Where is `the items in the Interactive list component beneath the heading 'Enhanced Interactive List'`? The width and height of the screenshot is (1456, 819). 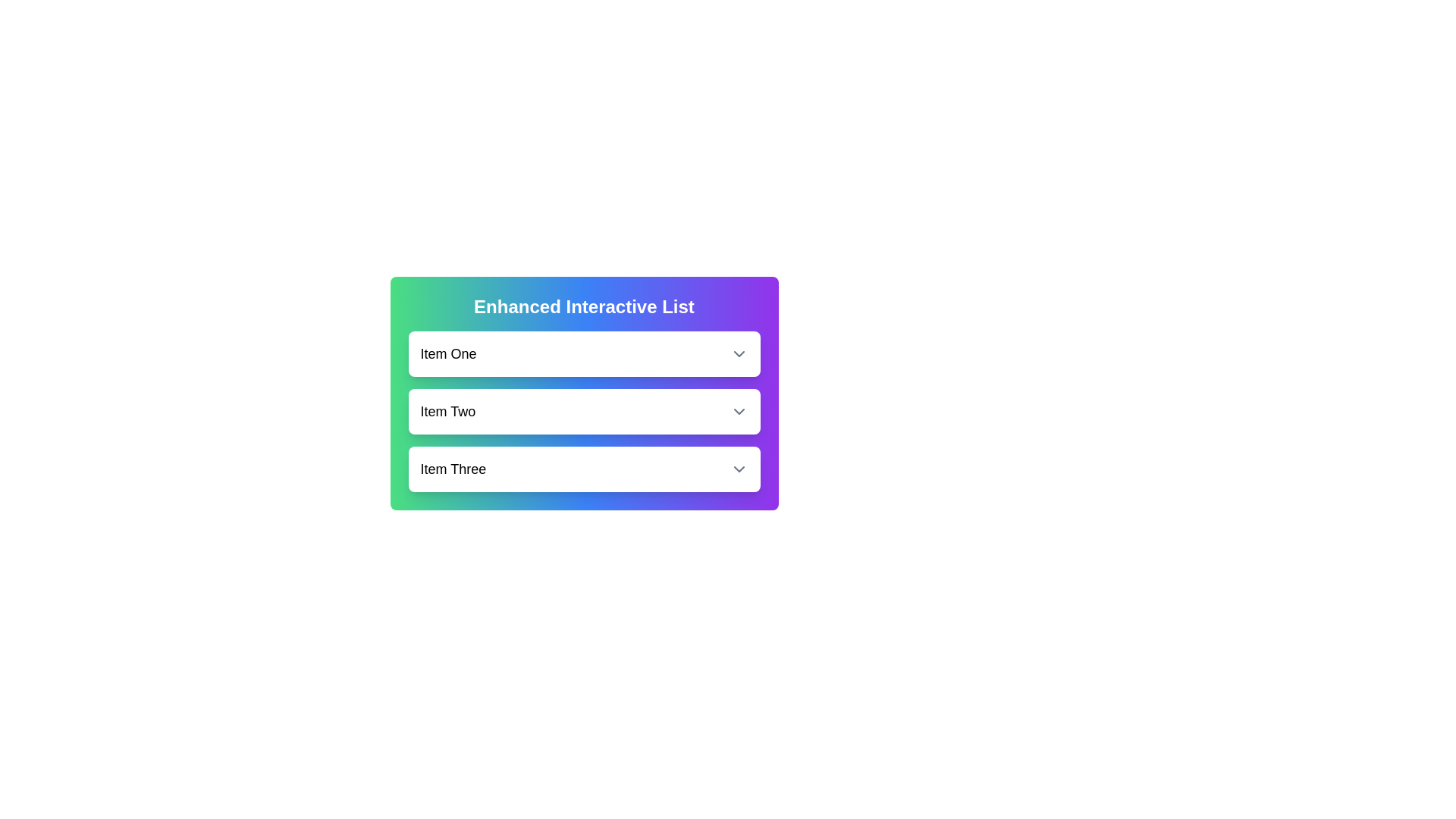 the items in the Interactive list component beneath the heading 'Enhanced Interactive List' is located at coordinates (583, 393).